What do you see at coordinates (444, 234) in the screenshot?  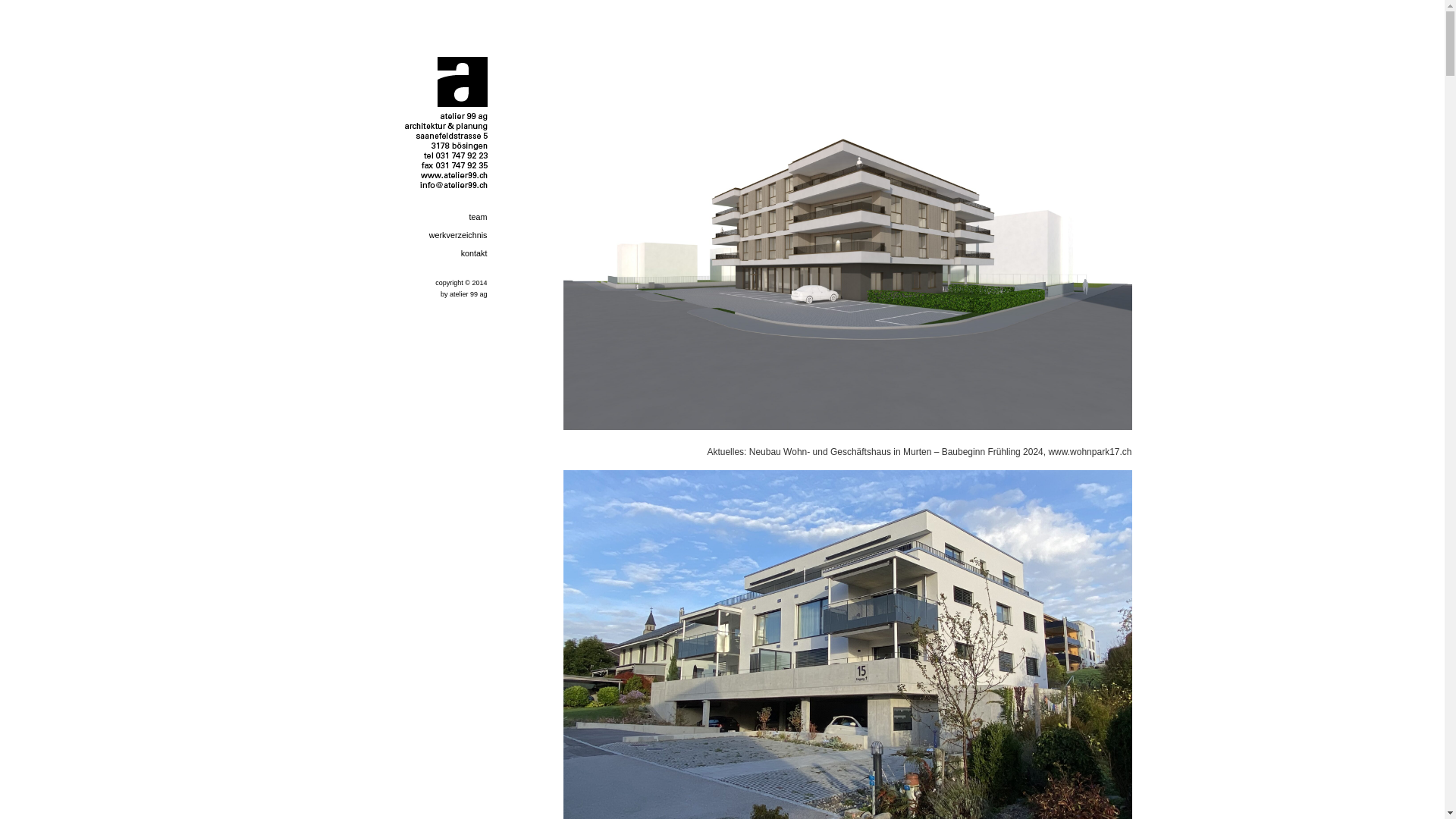 I see `'werkverzeichnis'` at bounding box center [444, 234].